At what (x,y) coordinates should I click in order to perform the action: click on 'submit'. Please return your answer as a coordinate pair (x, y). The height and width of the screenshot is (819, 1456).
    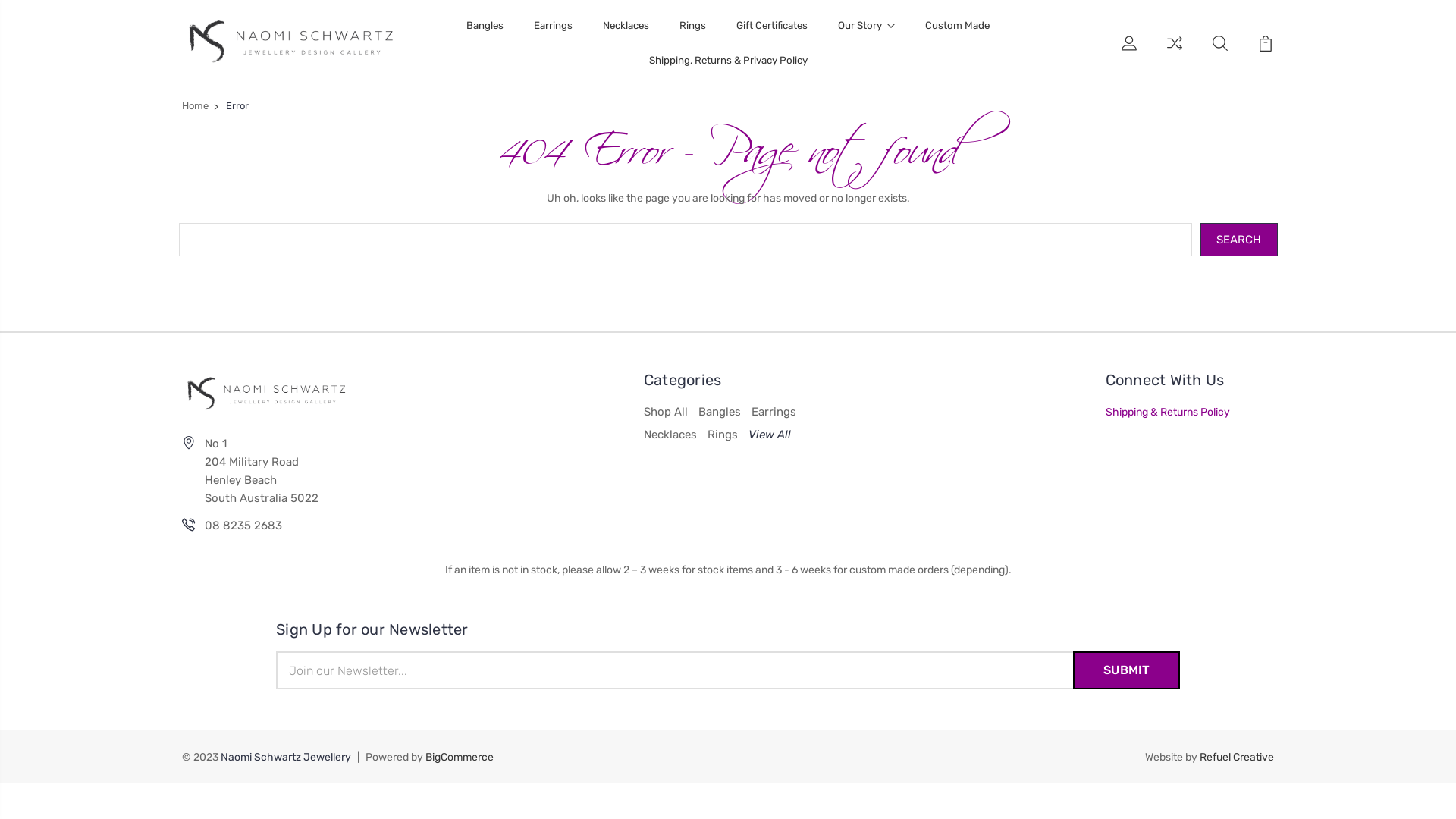
    Looking at the image, I should click on (1126, 669).